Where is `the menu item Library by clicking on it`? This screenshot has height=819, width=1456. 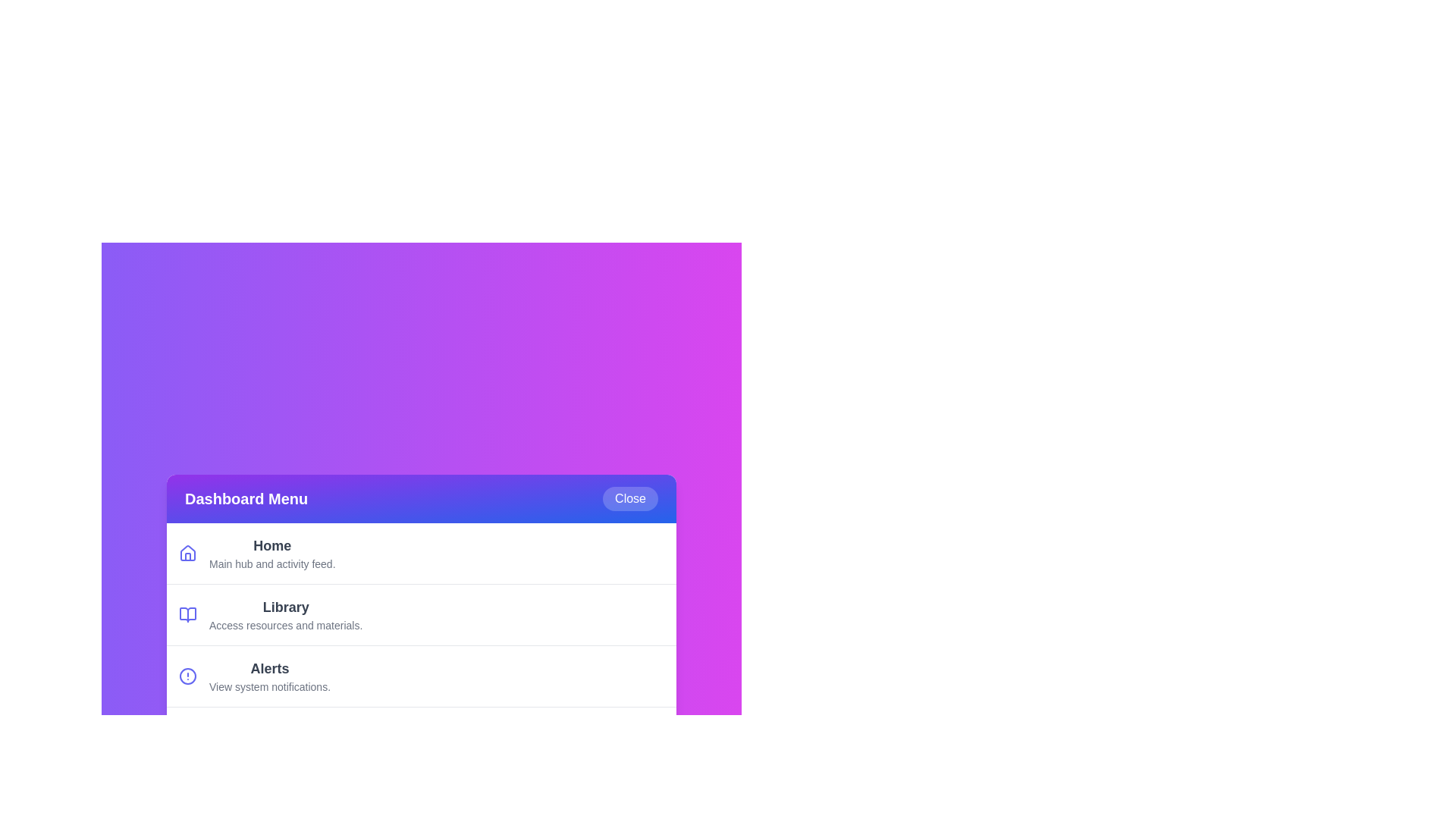
the menu item Library by clicking on it is located at coordinates (422, 614).